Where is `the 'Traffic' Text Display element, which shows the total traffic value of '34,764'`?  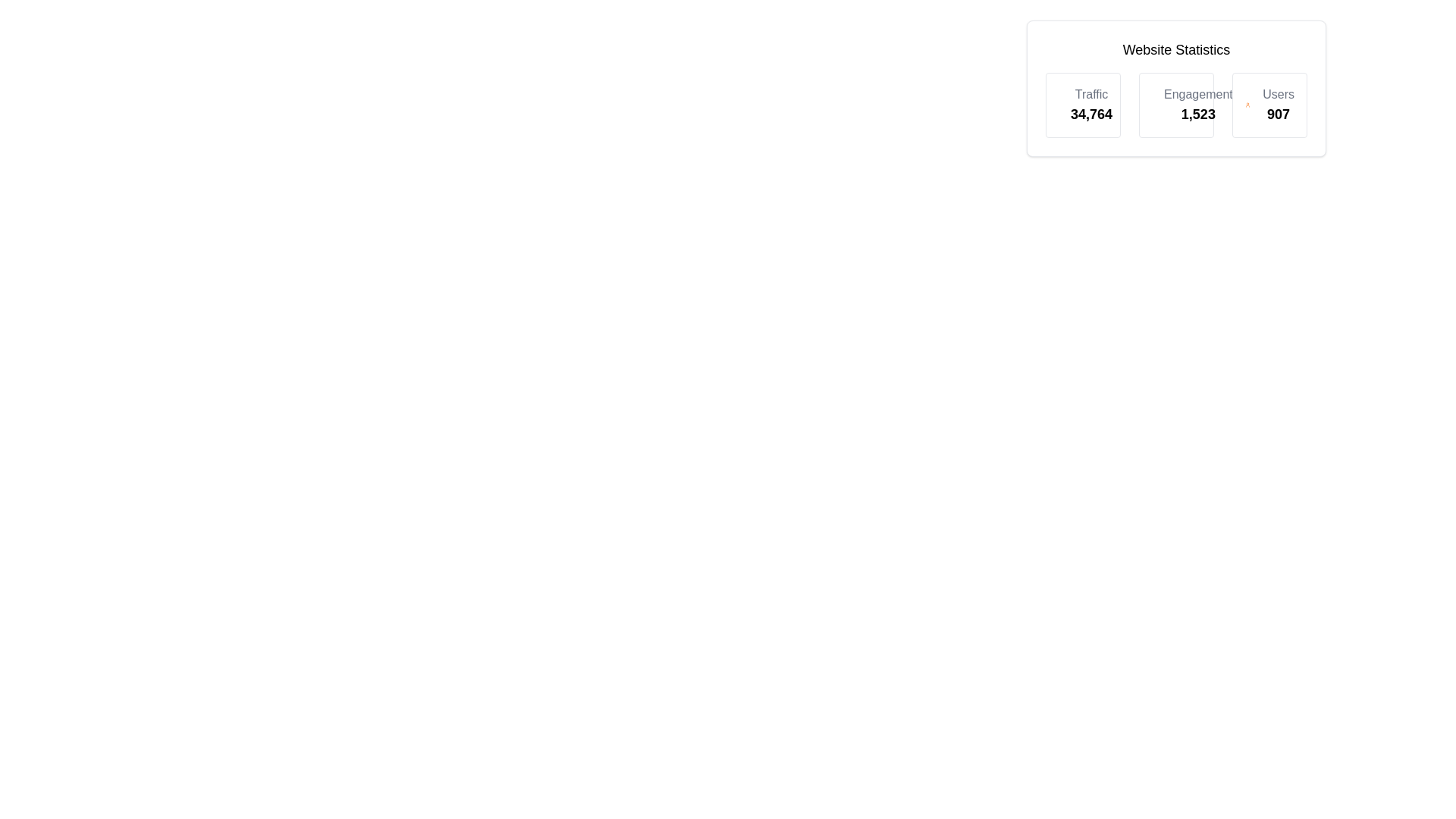
the 'Traffic' Text Display element, which shows the total traffic value of '34,764' is located at coordinates (1090, 104).